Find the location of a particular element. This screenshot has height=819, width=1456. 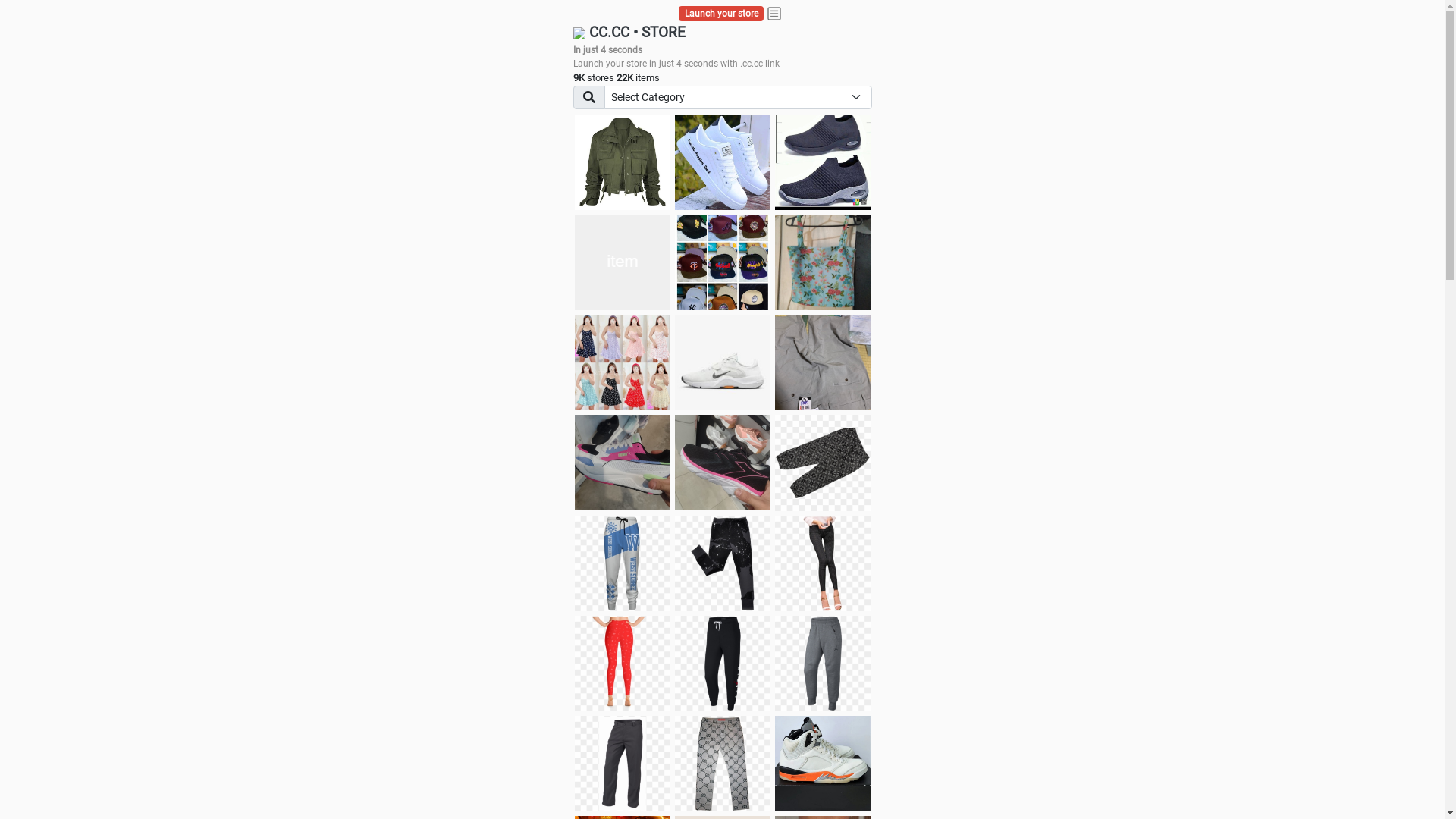

'jacket' is located at coordinates (622, 162).